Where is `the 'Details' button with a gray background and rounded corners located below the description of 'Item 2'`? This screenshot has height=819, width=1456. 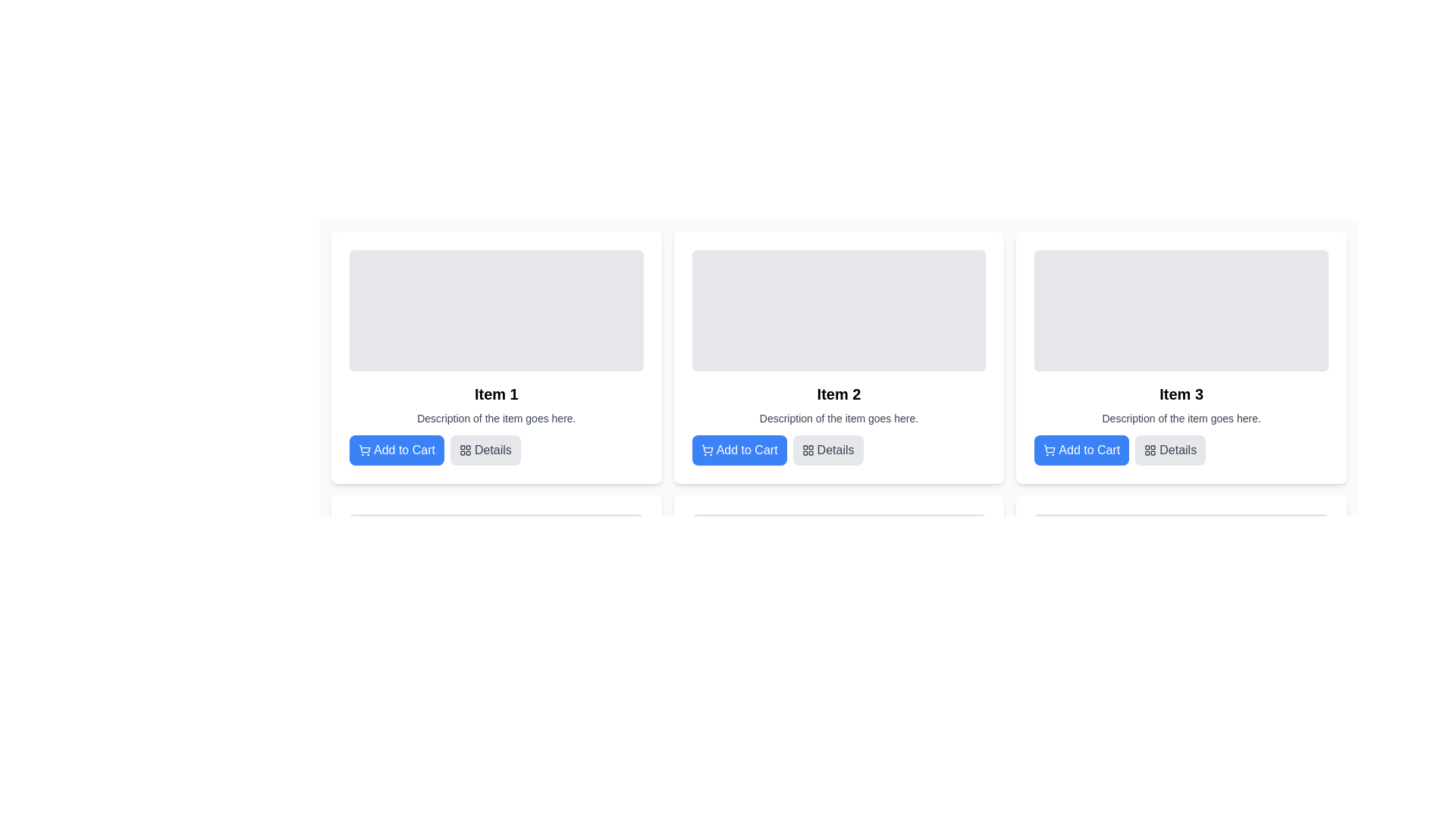 the 'Details' button with a gray background and rounded corners located below the description of 'Item 2' is located at coordinates (838, 450).